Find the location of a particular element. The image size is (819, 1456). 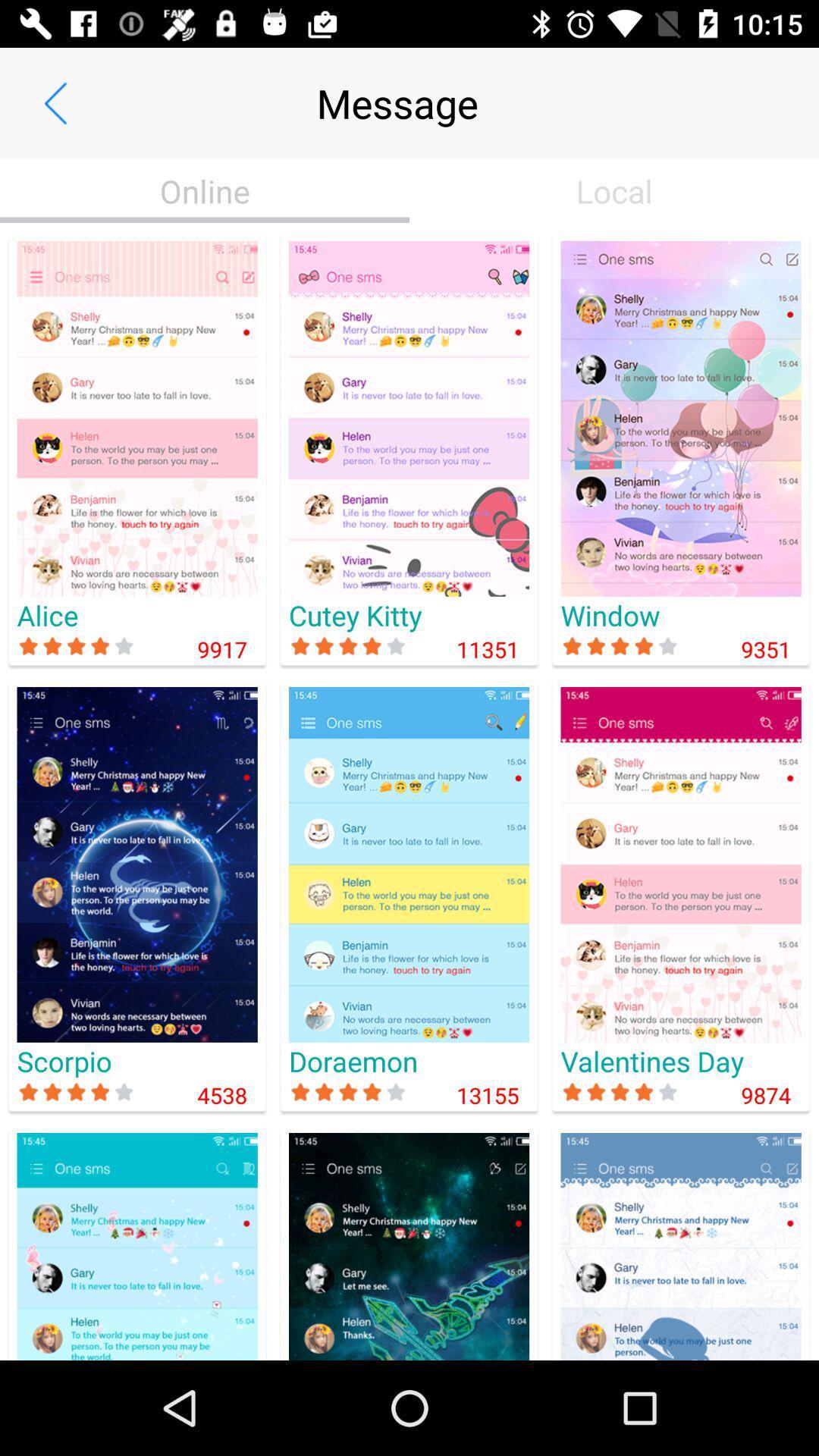

the item to the left of the message app is located at coordinates (55, 102).